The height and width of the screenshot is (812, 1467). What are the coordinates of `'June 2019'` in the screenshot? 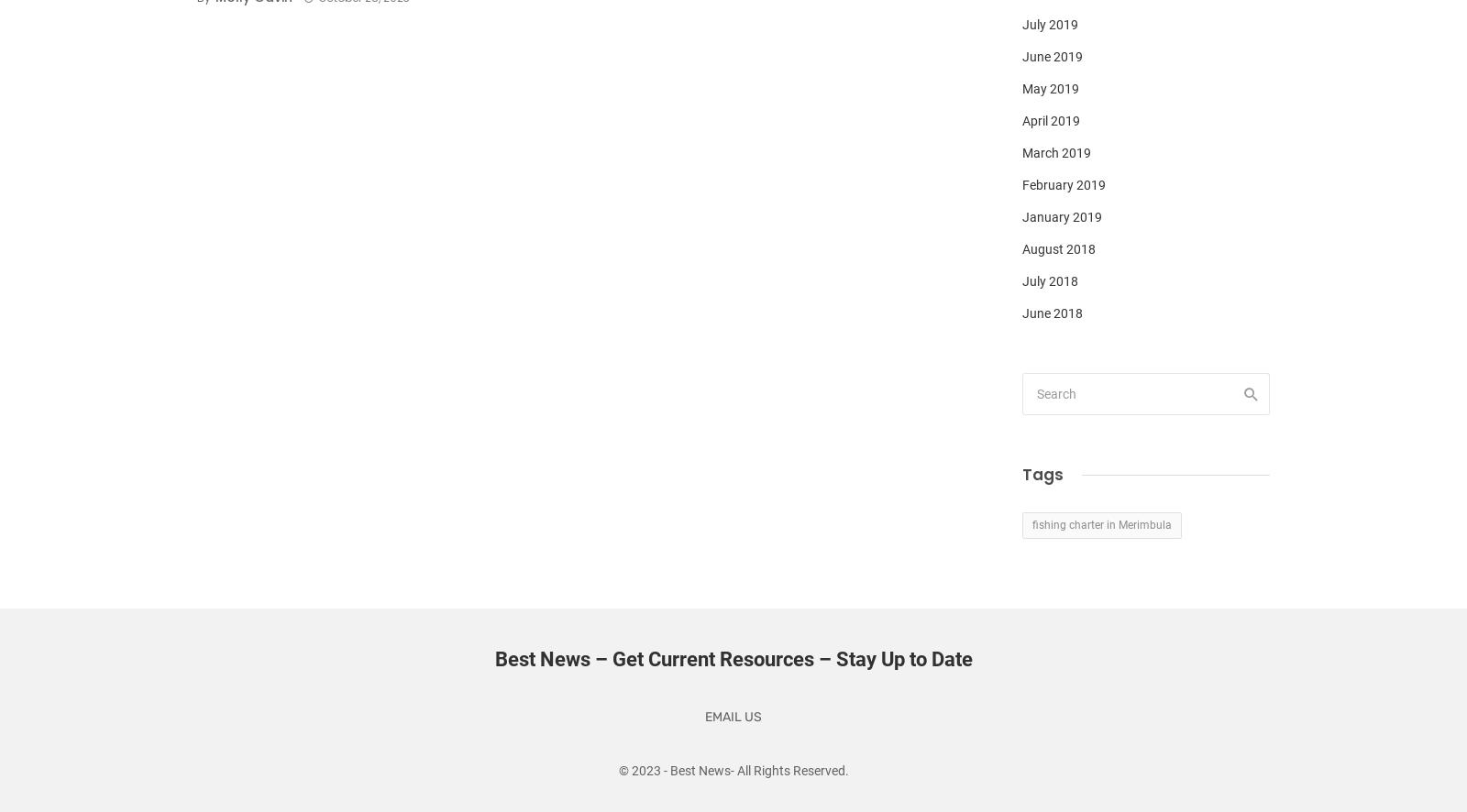 It's located at (1053, 56).